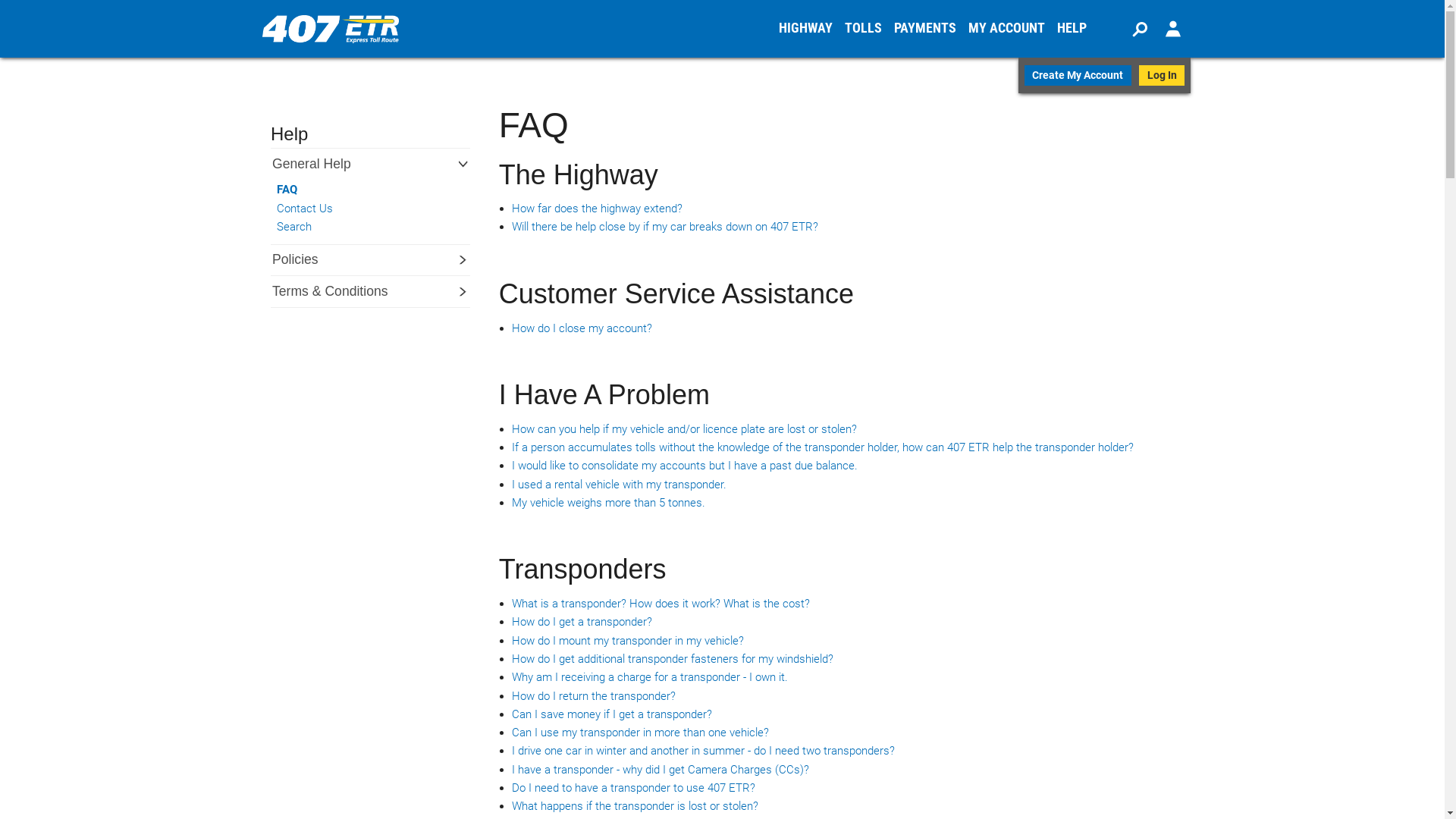  I want to click on 'MY ACCOUNT', so click(1006, 29).